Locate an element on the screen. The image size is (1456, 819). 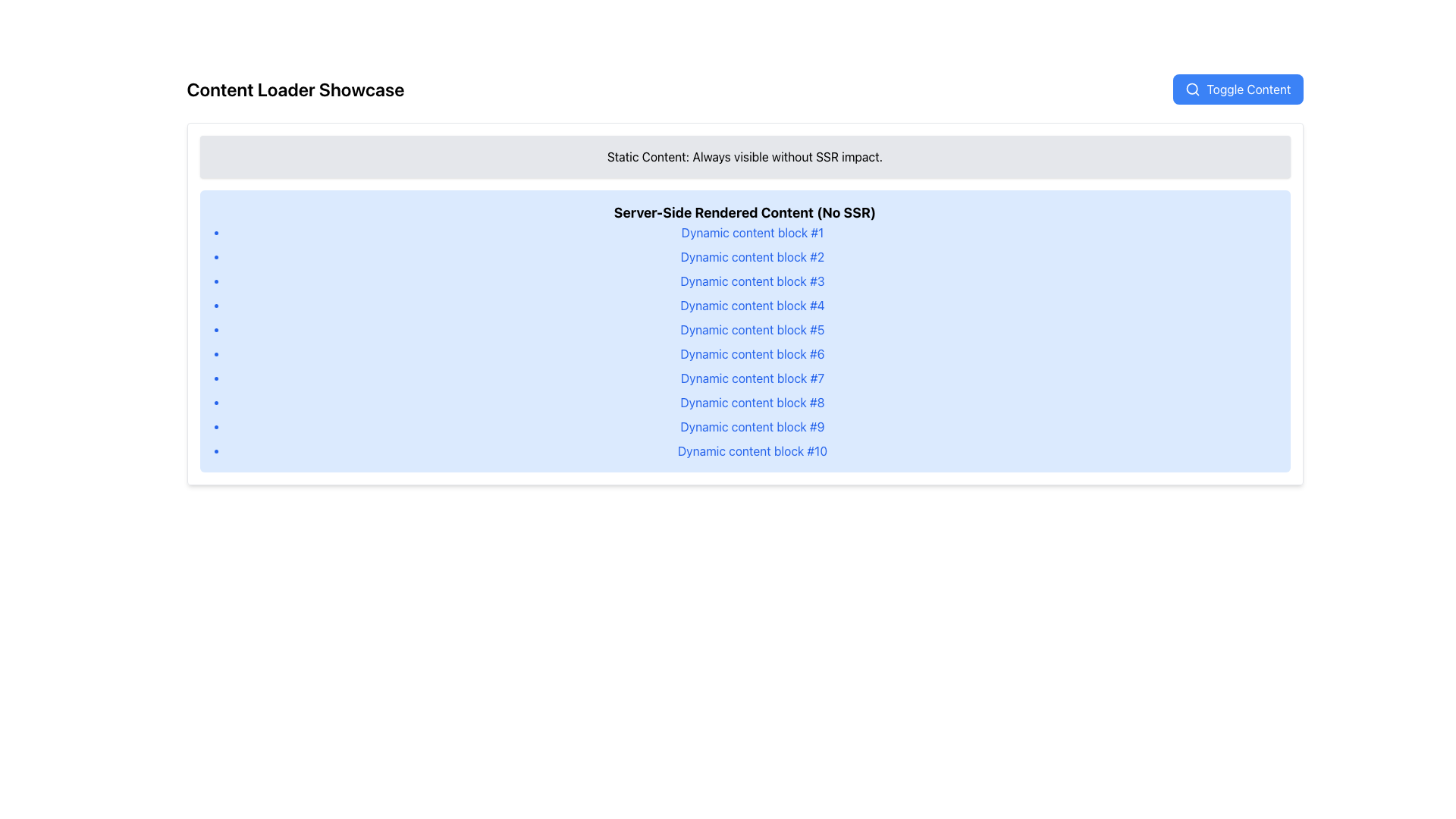
the text element displaying 'Dynamic content block #6', which is styled in blue and is the sixth item in a vertically arranged list on a blue background is located at coordinates (752, 353).